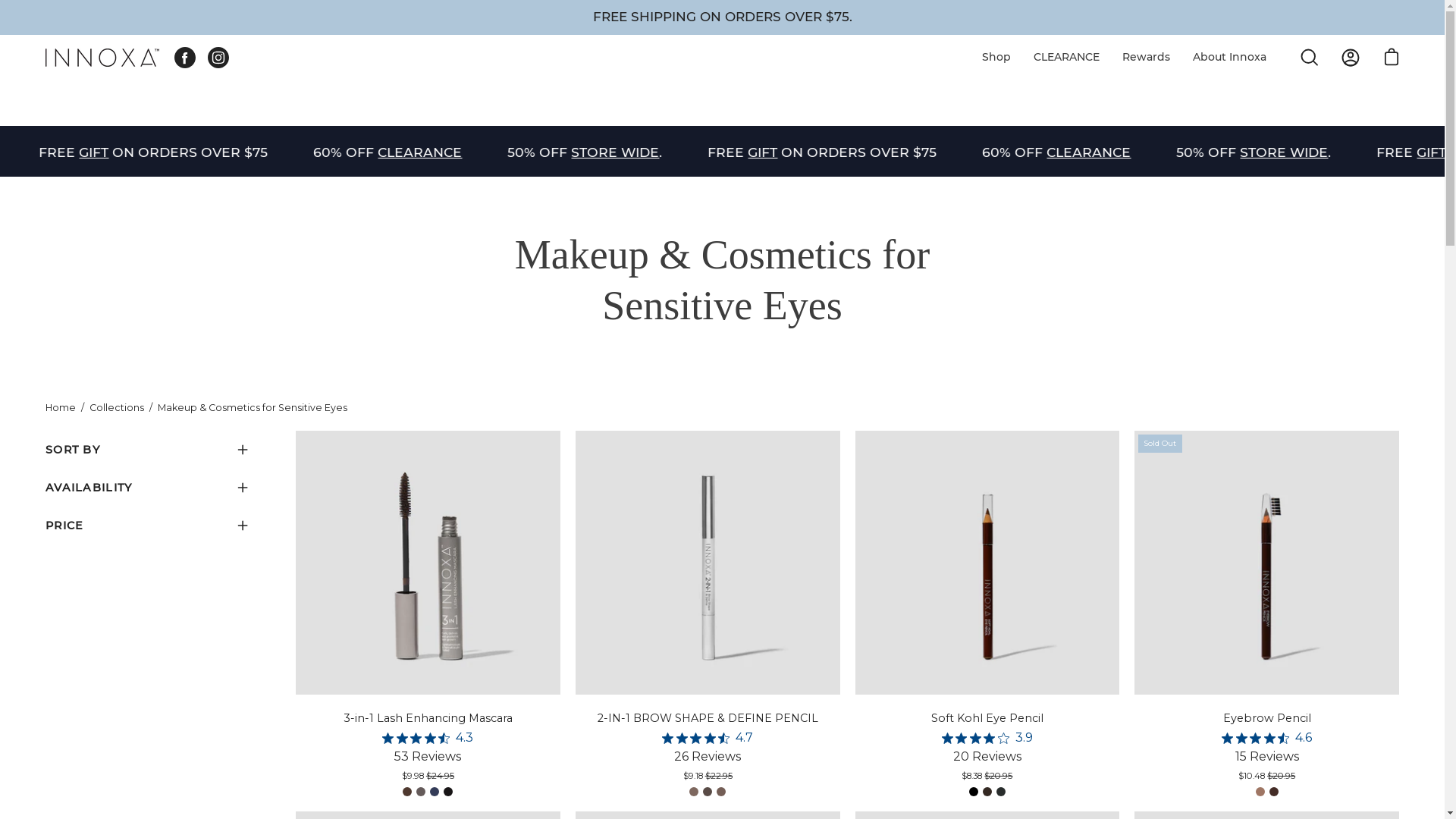 This screenshot has width=1456, height=819. I want to click on '3-in-1 Lash Enhancing Mascara', so click(427, 717).